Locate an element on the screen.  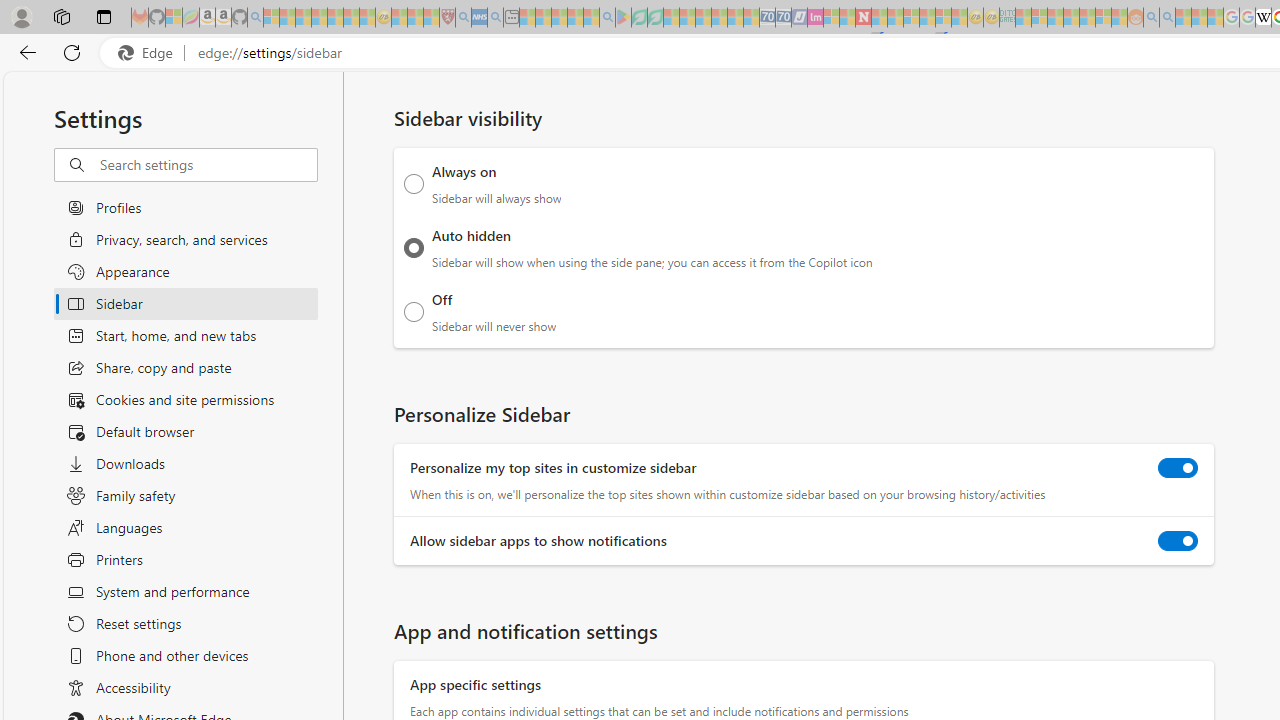
'Always on Sidebar will always show' is located at coordinates (413, 183).